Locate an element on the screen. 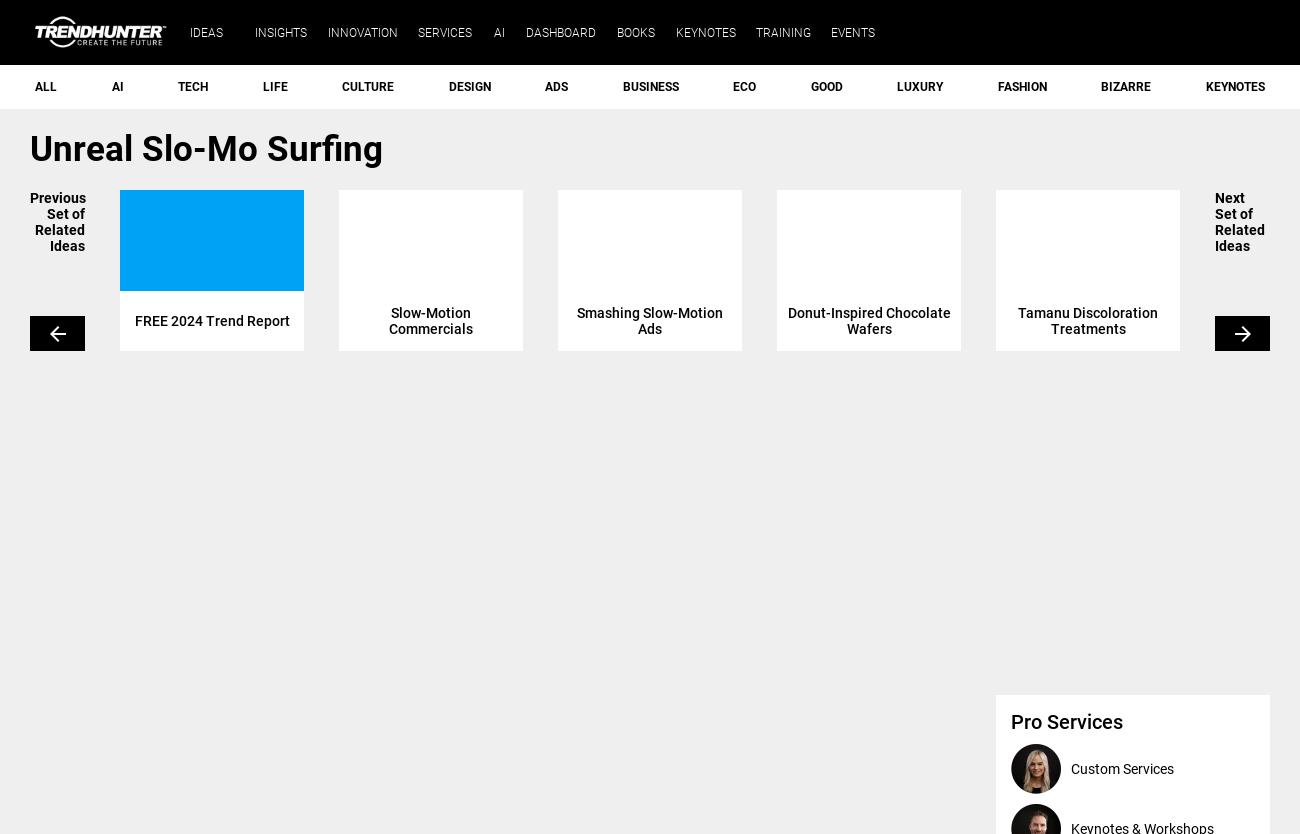 Image resolution: width=1300 pixels, height=834 pixels. 'Business' is located at coordinates (650, 85).